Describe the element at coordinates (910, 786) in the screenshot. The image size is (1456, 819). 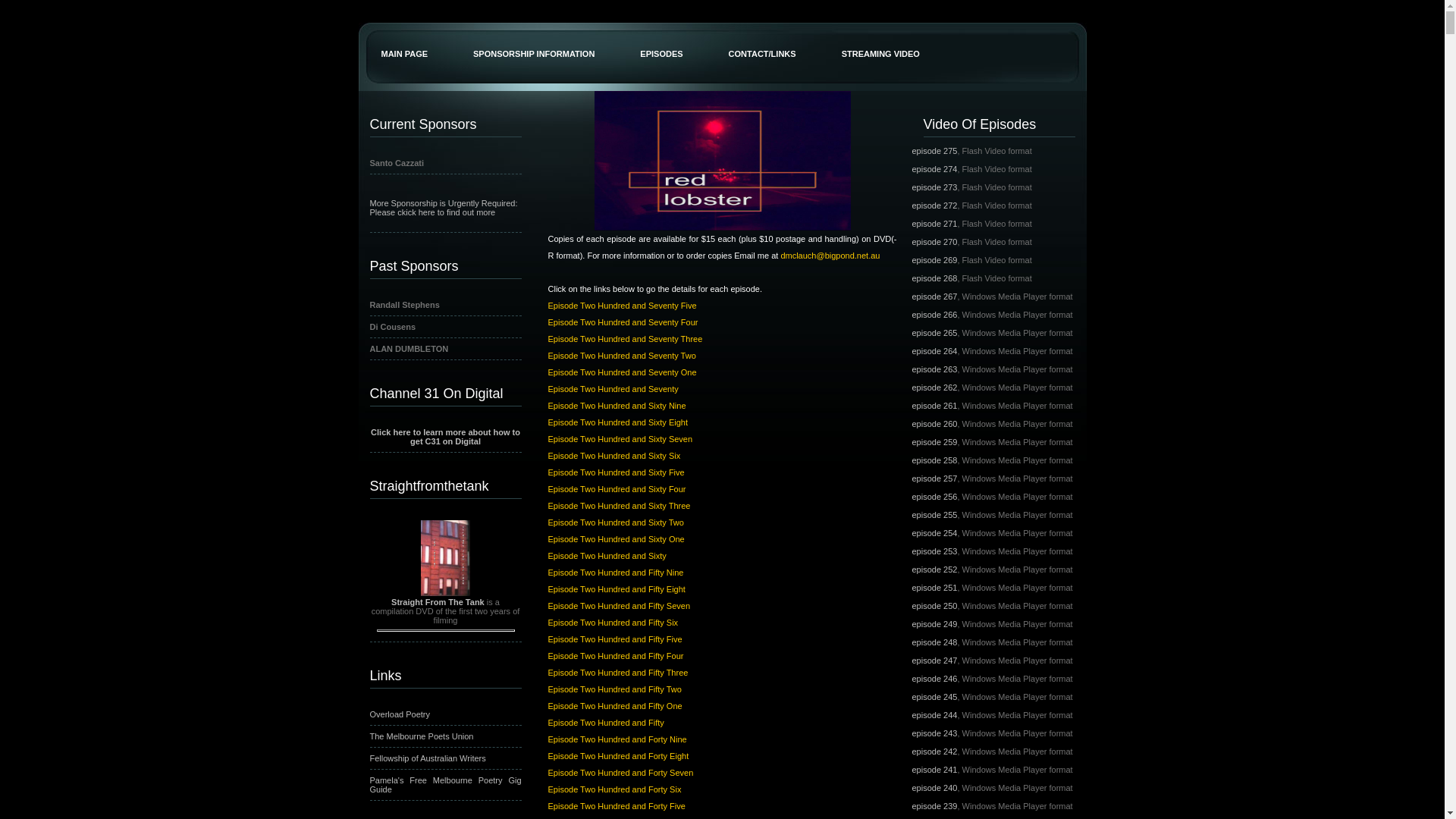
I see `'episode 240'` at that location.